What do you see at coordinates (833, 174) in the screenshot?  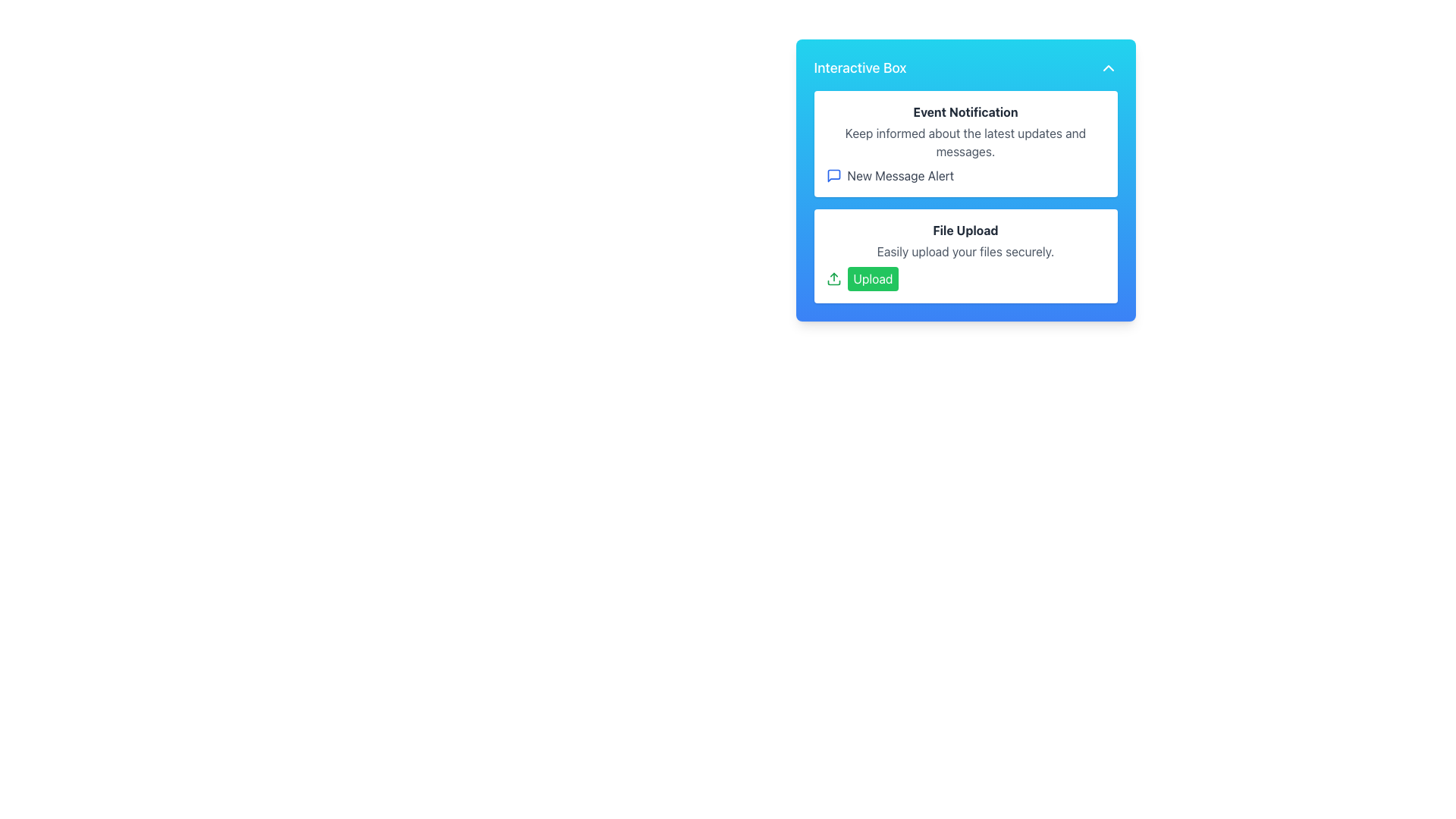 I see `the notification icon for new messages located in the 'Event Notification' section, positioned to the left of the 'New Message Alert' label` at bounding box center [833, 174].